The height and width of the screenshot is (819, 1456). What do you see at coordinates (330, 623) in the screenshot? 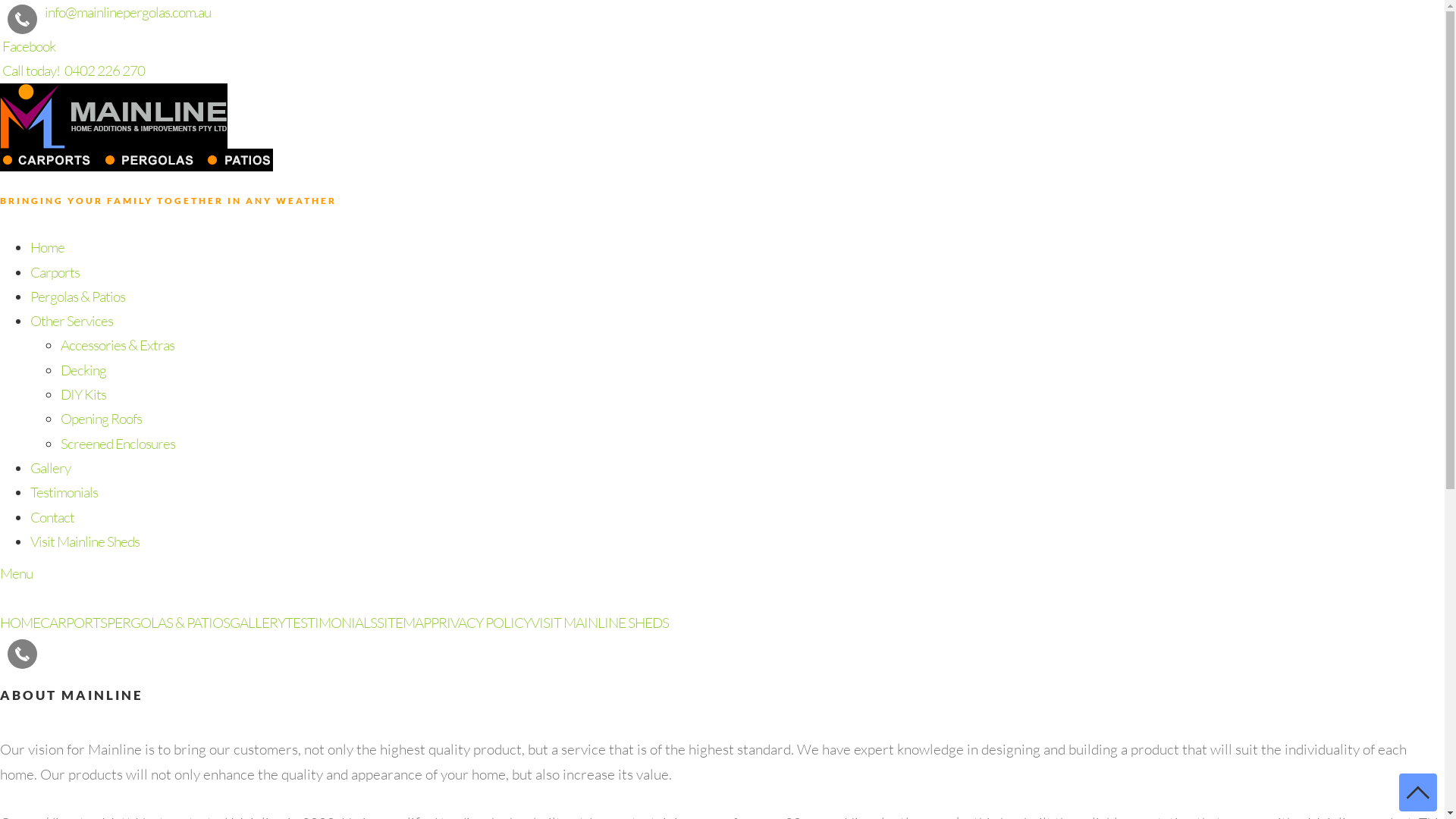
I see `'TESTIMONIALS'` at bounding box center [330, 623].